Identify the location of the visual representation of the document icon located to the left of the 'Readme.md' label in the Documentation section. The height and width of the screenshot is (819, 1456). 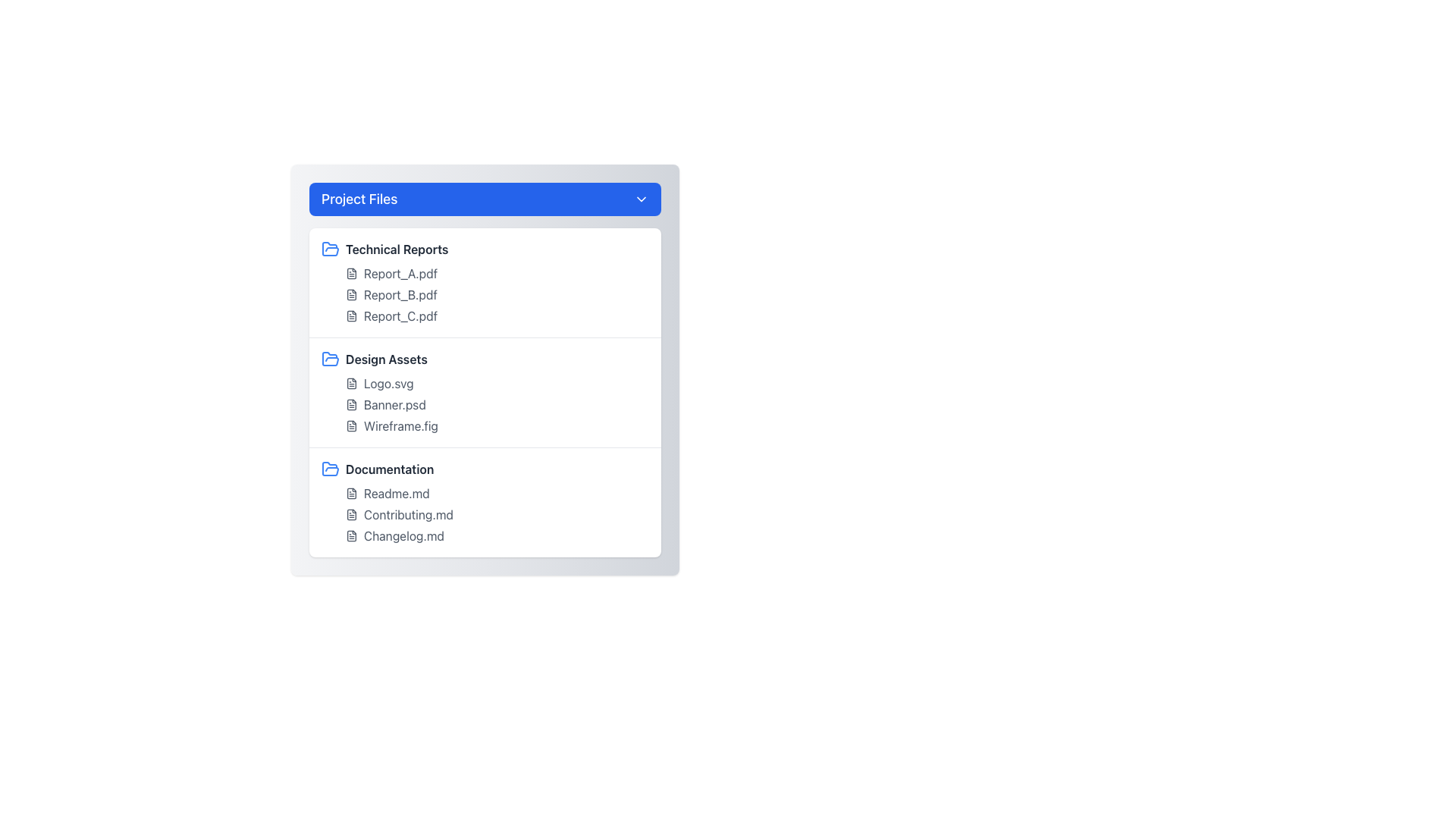
(351, 494).